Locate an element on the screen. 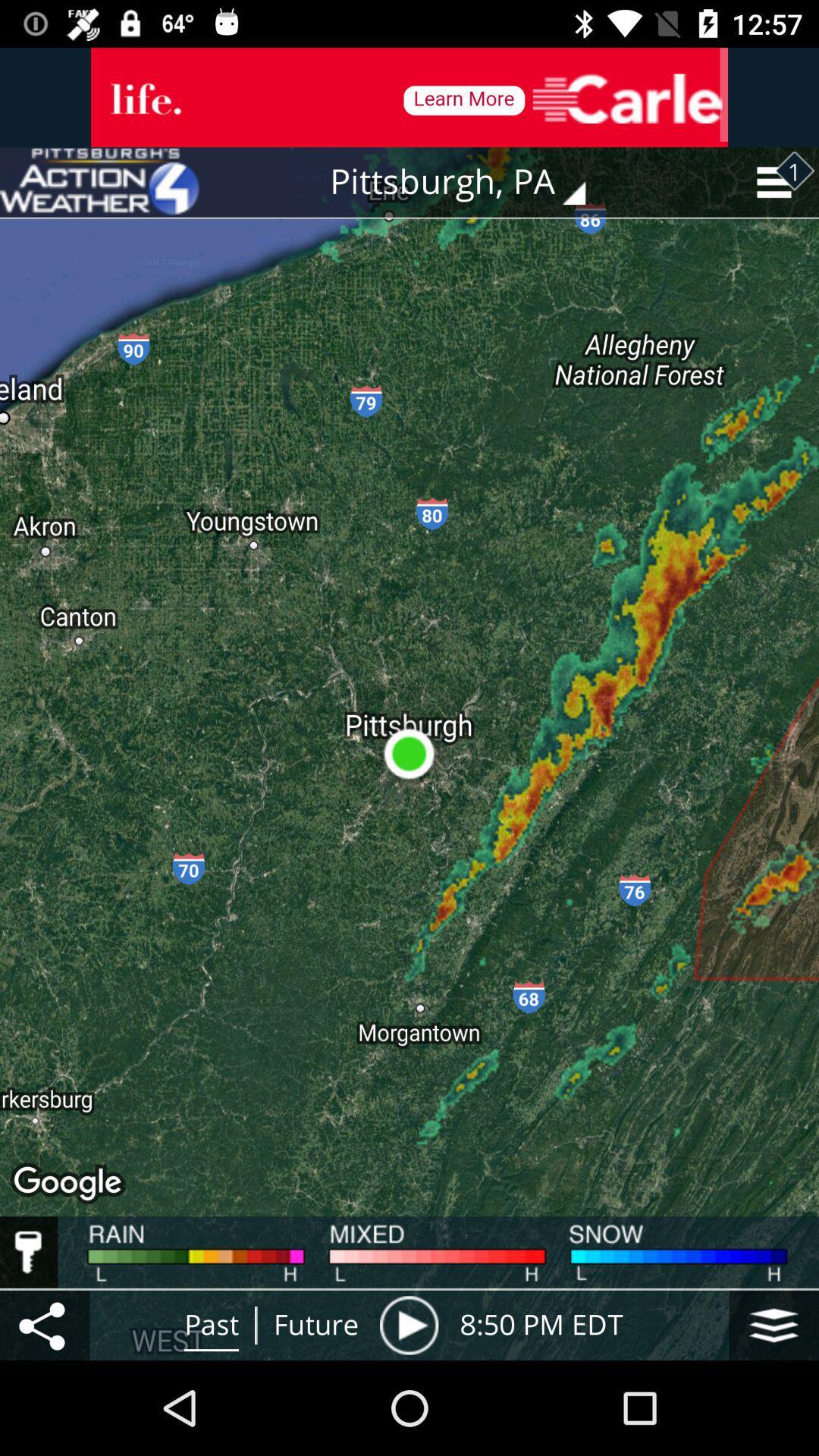 The height and width of the screenshot is (1456, 819). icon to the left of the past icon is located at coordinates (44, 1324).